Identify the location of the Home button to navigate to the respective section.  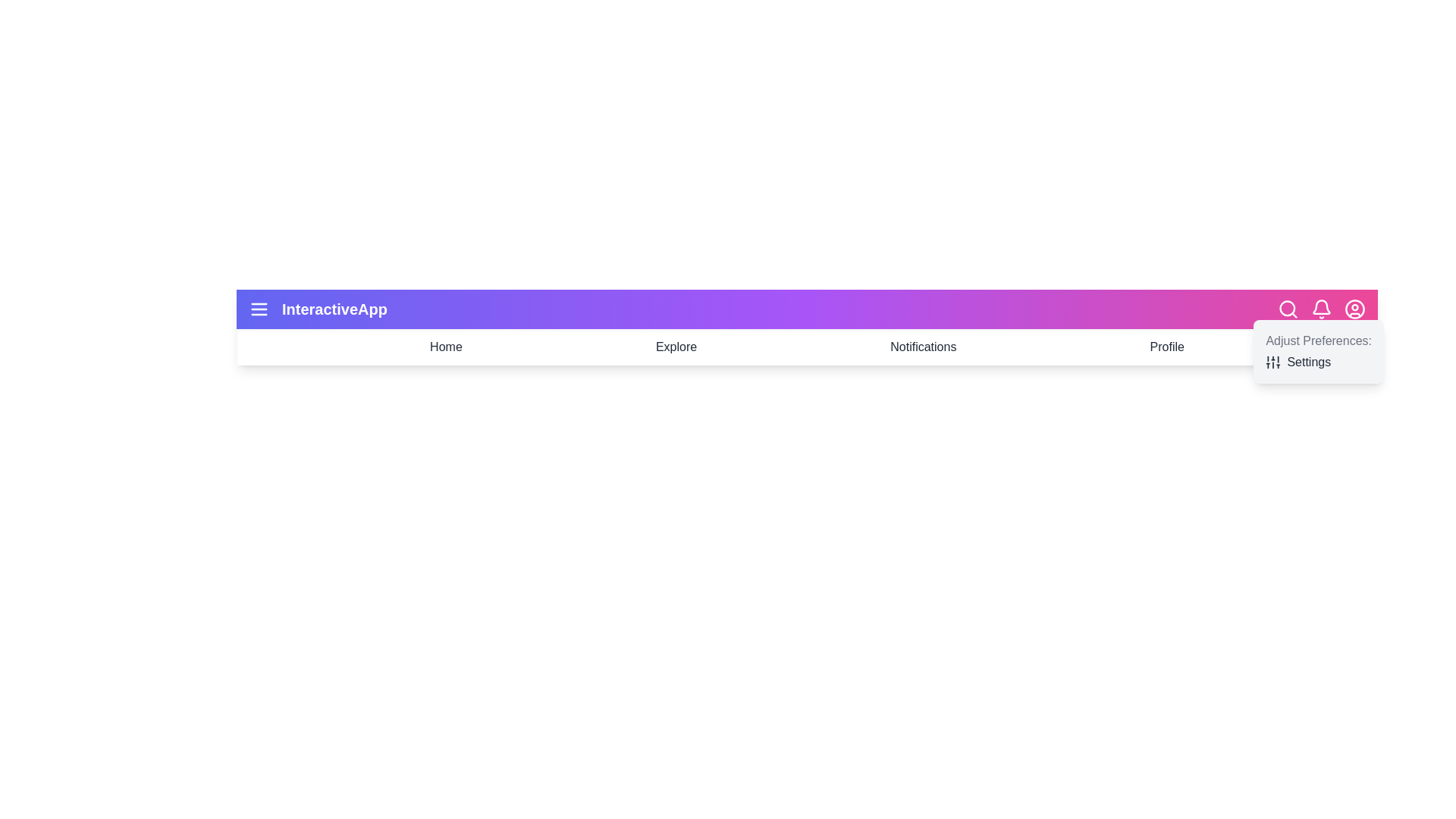
(445, 347).